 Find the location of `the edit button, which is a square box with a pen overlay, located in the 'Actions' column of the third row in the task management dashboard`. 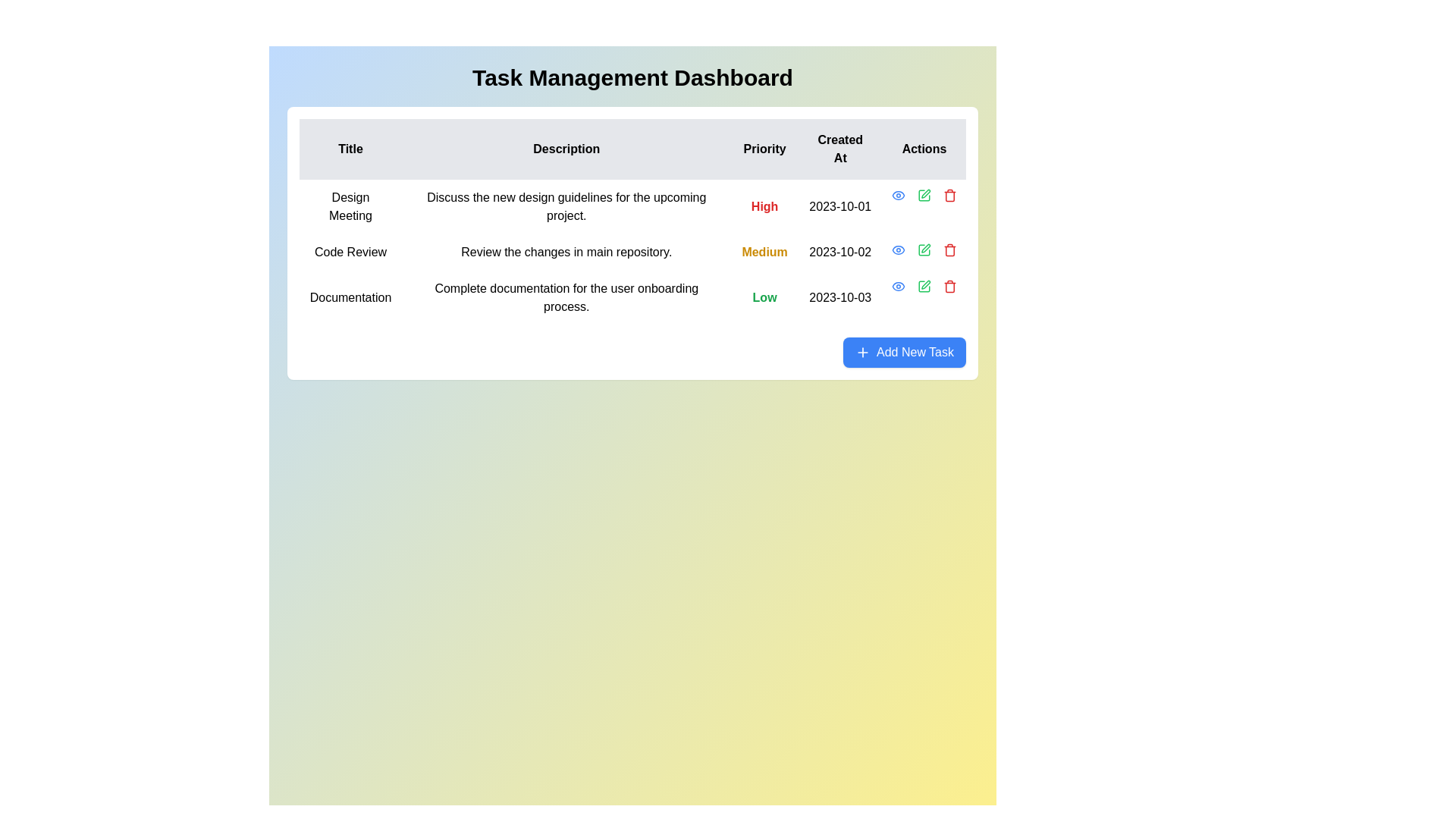

the edit button, which is a square box with a pen overlay, located in the 'Actions' column of the third row in the task management dashboard is located at coordinates (923, 195).